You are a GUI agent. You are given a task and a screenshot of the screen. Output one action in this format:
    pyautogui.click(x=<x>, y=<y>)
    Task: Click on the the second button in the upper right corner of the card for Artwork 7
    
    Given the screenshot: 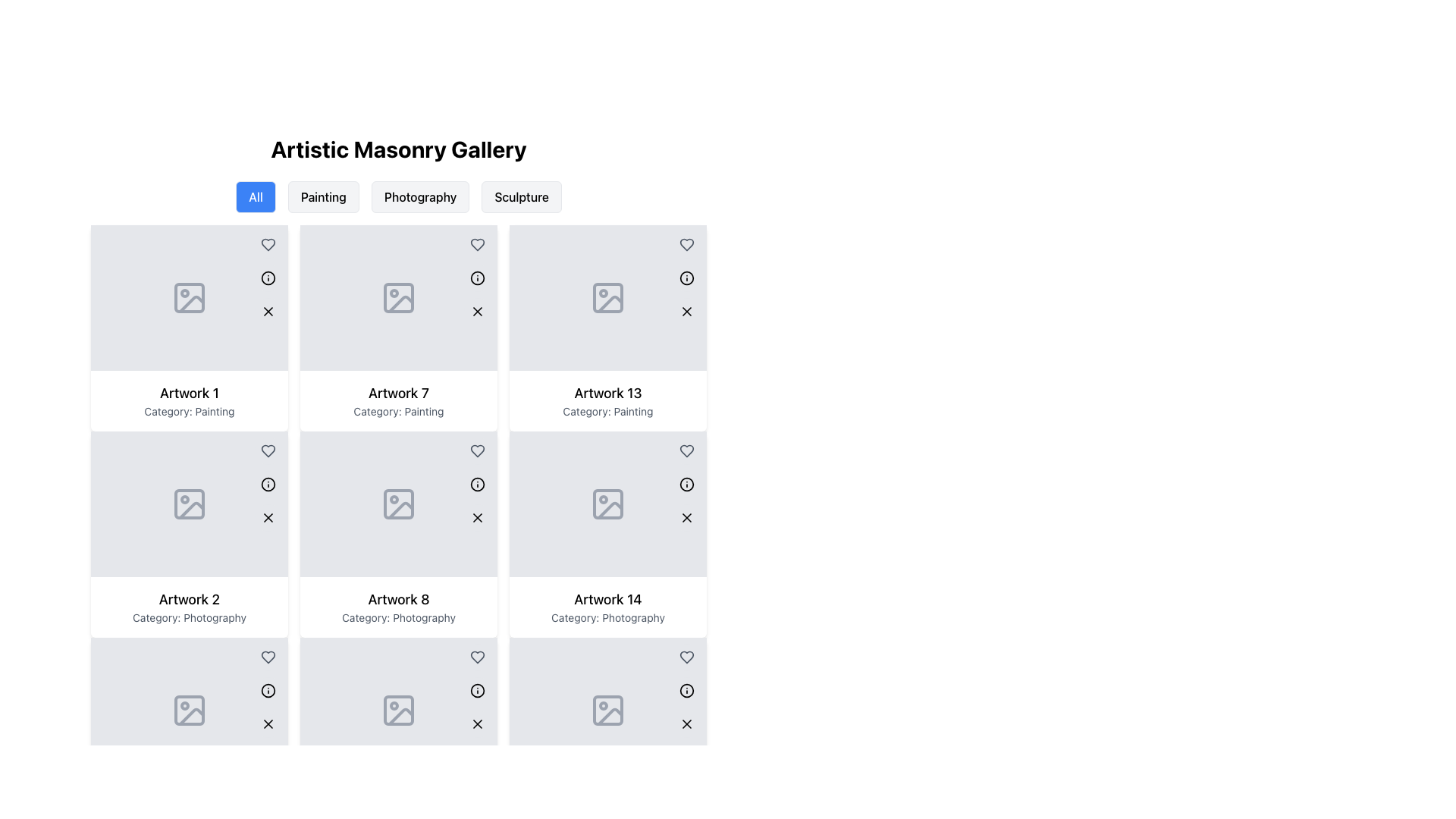 What is the action you would take?
    pyautogui.click(x=476, y=278)
    